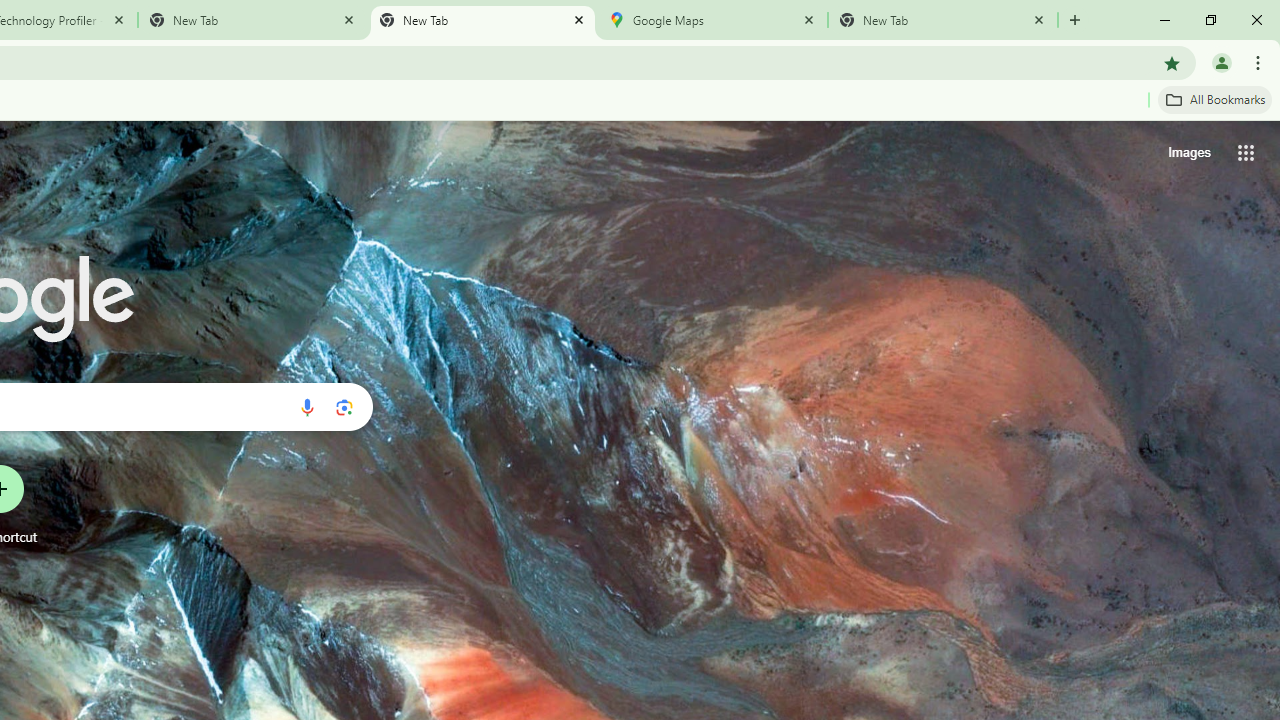 The image size is (1280, 720). I want to click on 'Google Maps', so click(712, 20).